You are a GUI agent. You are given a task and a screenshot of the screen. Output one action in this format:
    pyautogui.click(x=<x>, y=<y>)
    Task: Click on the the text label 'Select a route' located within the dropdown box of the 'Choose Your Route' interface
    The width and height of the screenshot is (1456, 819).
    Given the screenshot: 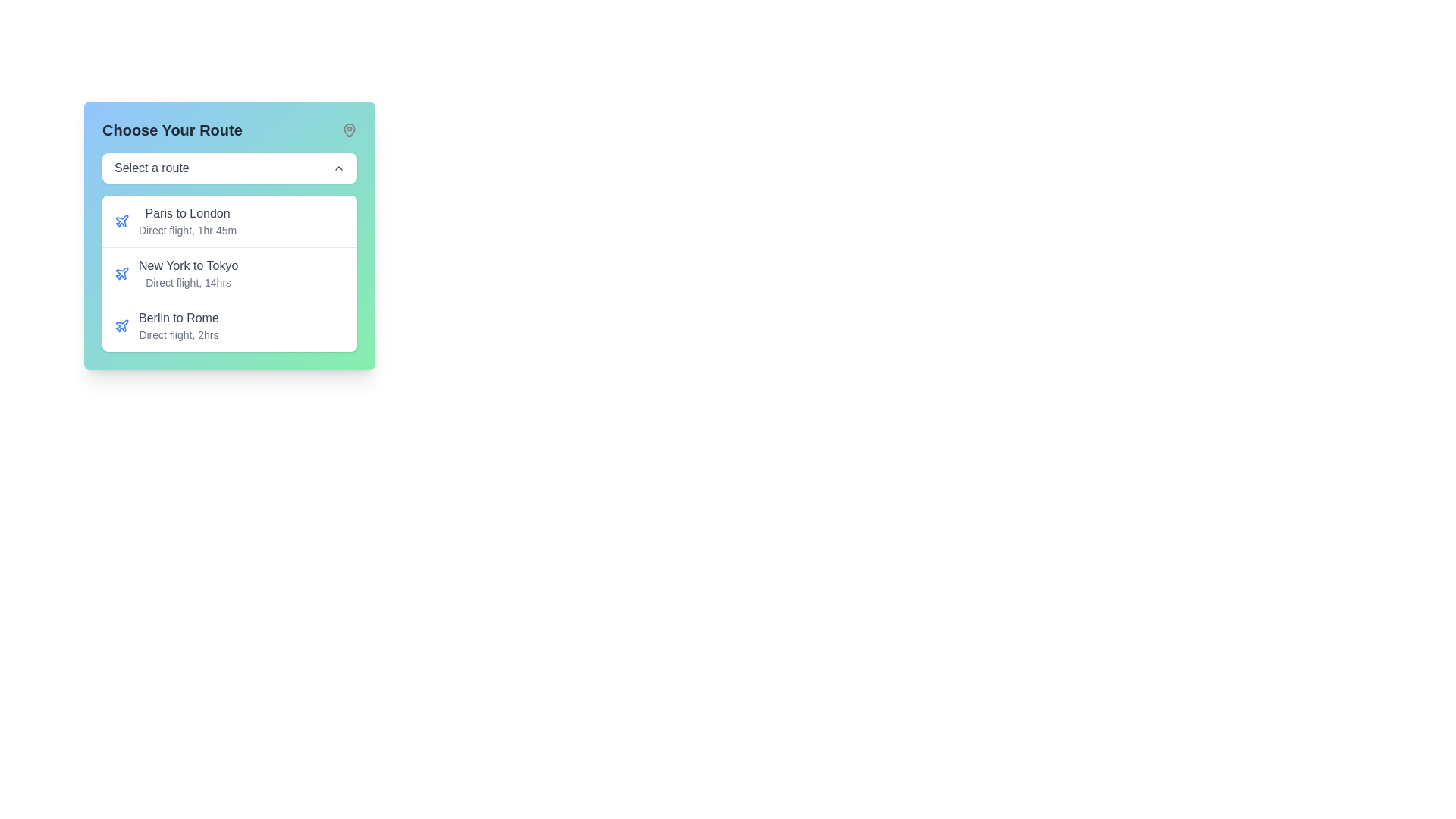 What is the action you would take?
    pyautogui.click(x=152, y=168)
    